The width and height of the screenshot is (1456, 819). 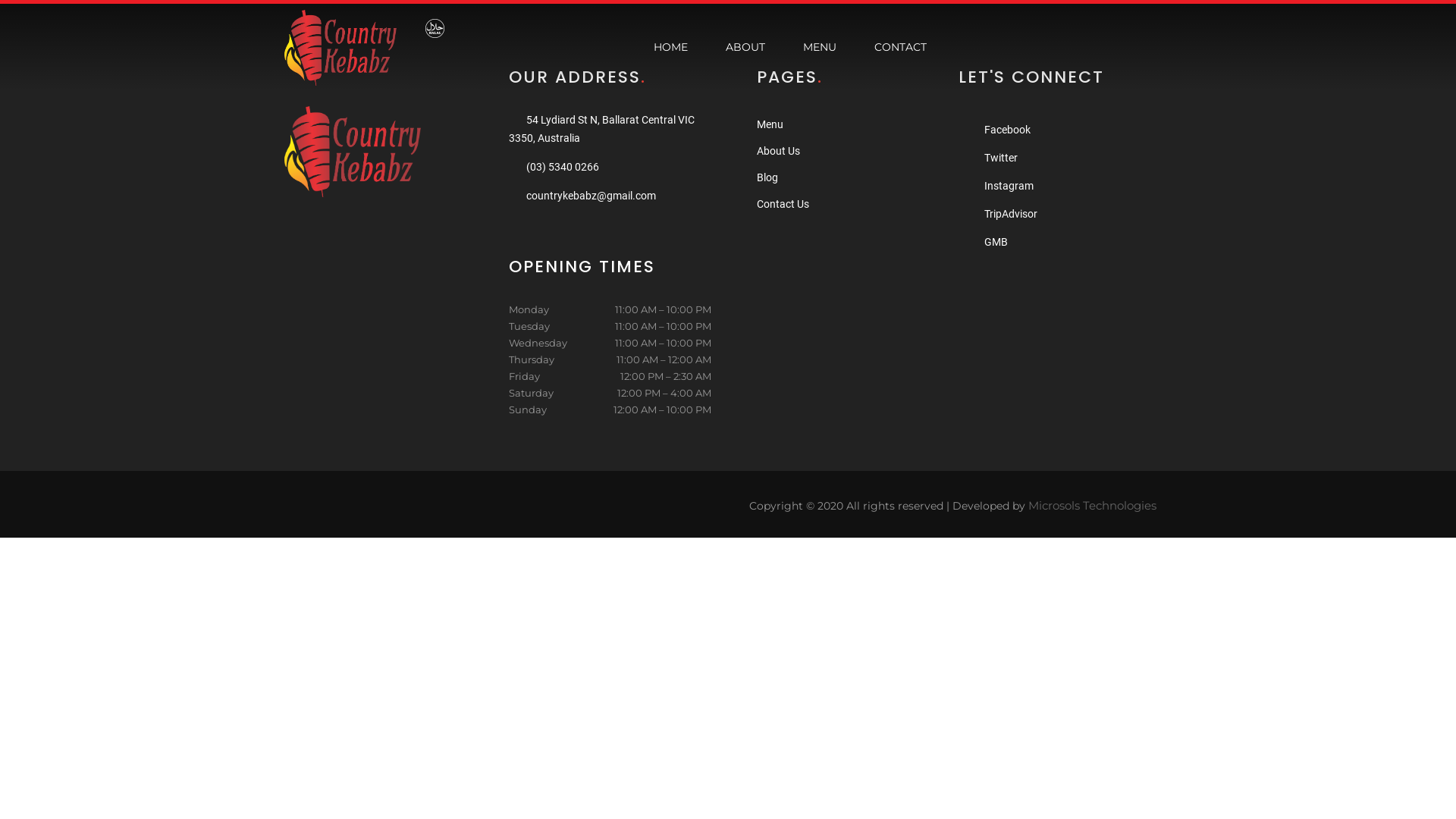 I want to click on 'About Us', so click(x=778, y=151).